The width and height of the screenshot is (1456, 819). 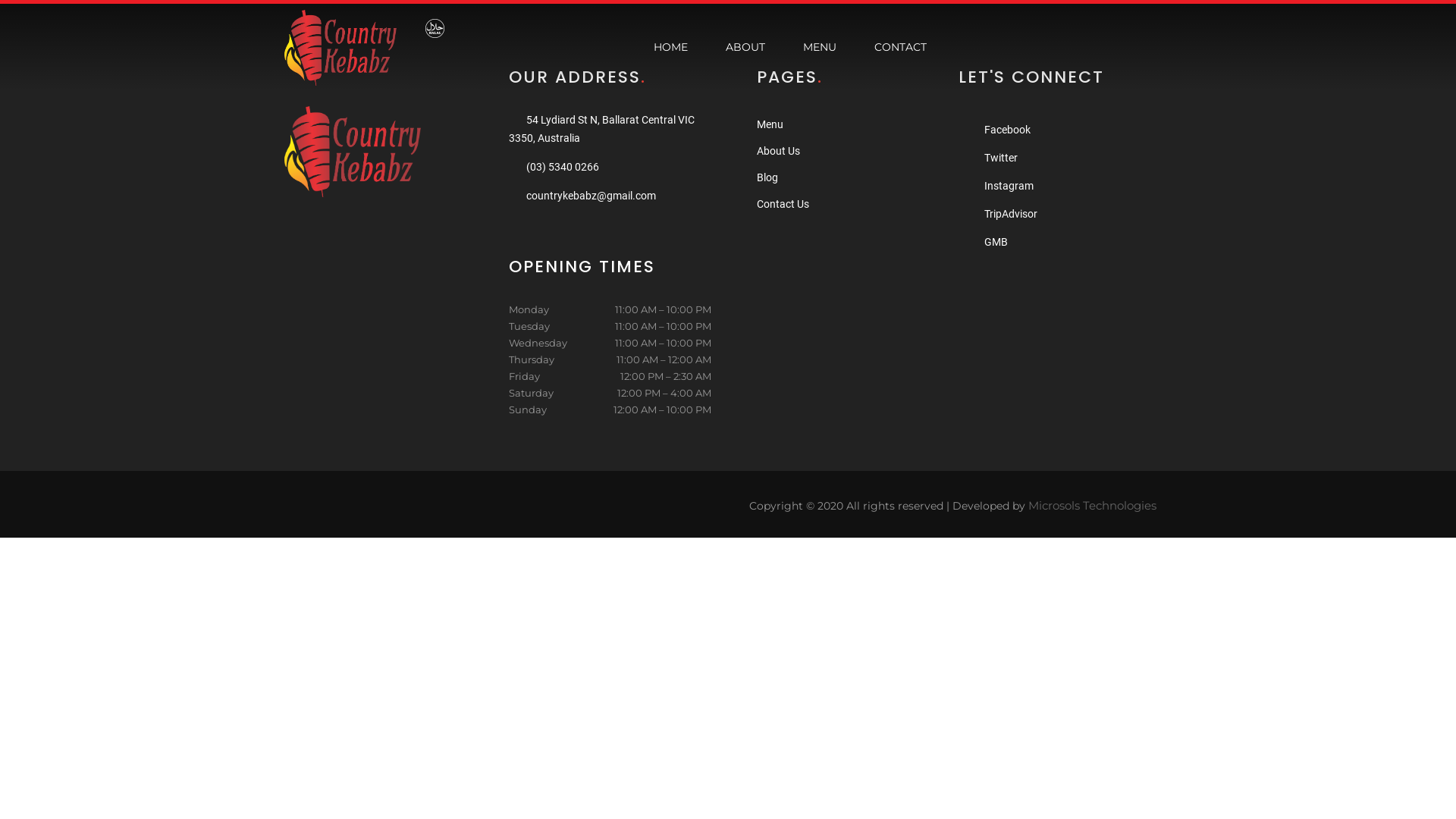 I want to click on 'About Us', so click(x=778, y=151).